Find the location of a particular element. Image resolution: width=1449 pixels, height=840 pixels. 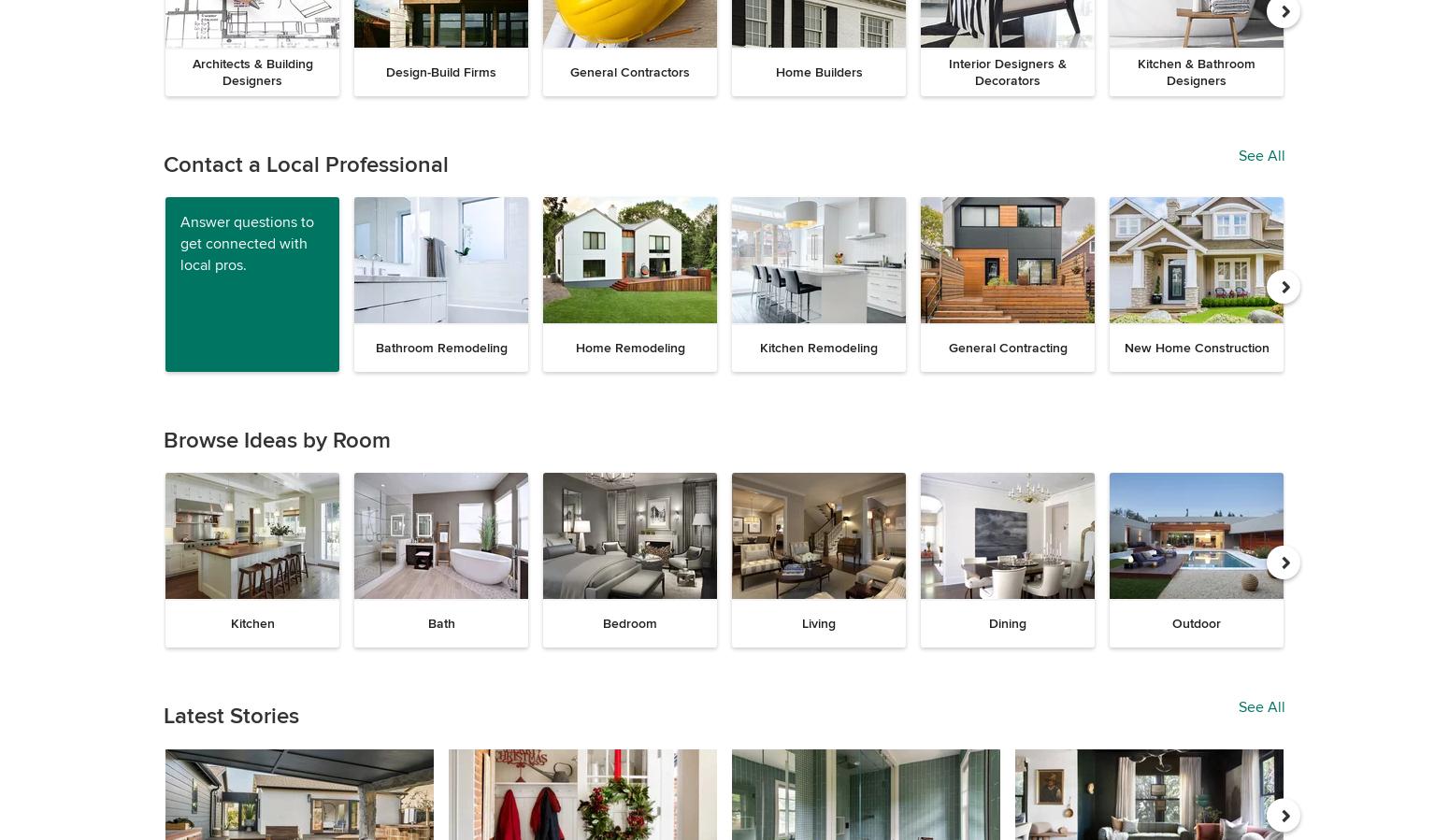

'General Contracting' is located at coordinates (1007, 347).